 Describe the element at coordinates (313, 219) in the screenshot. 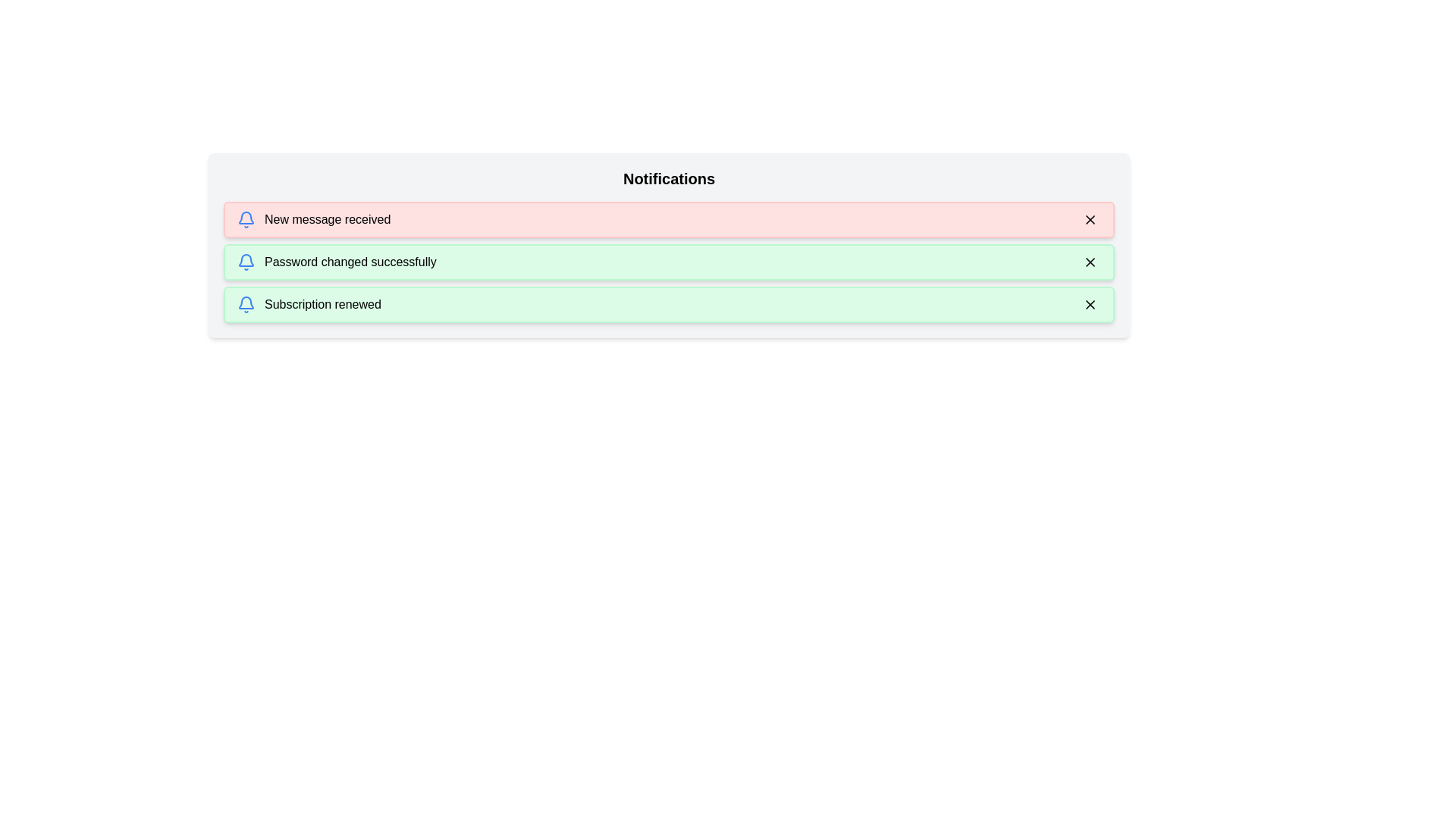

I see `the first notification item with a bell icon and text on the pink background` at that location.